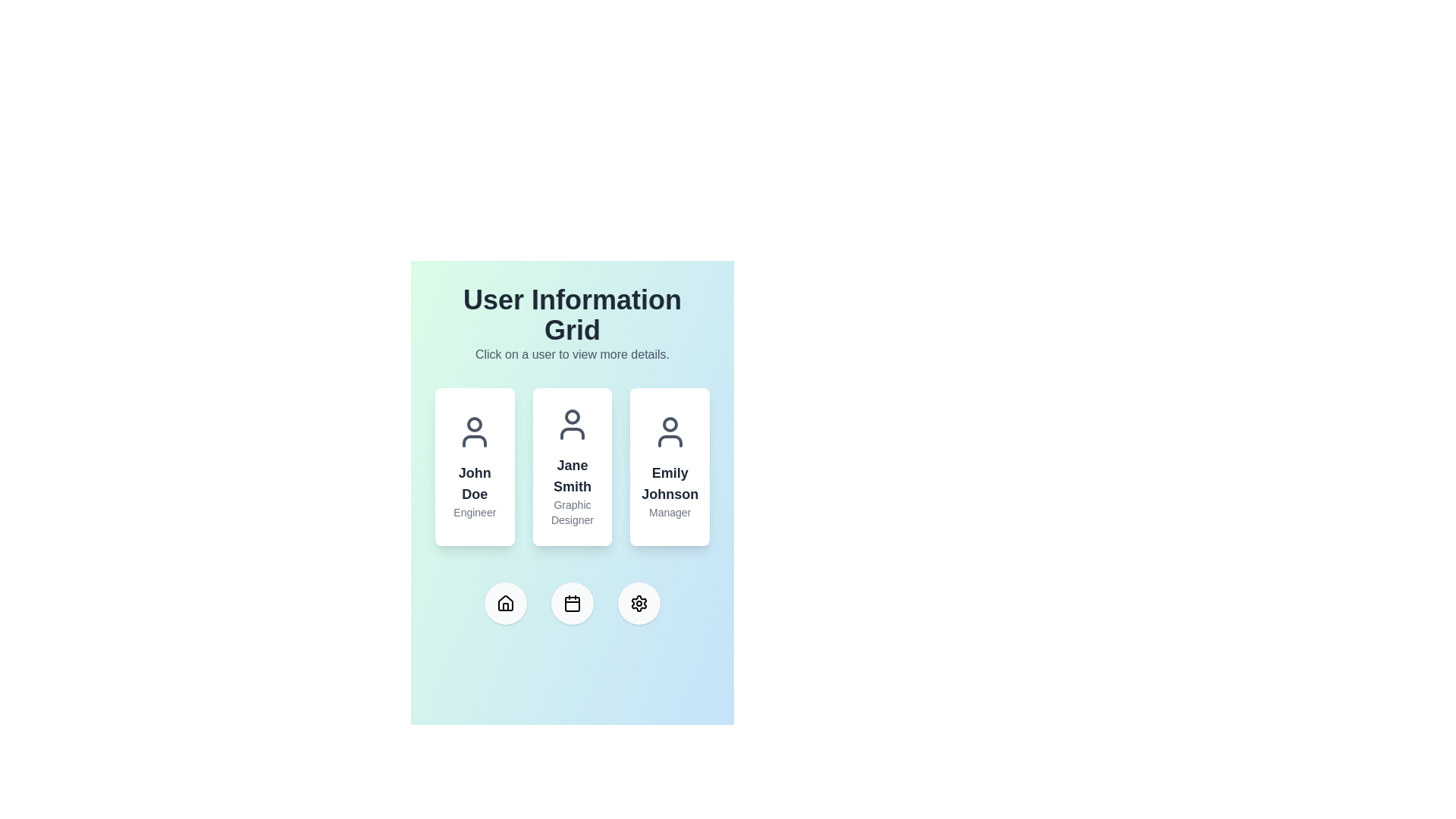  Describe the element at coordinates (571, 602) in the screenshot. I see `the middle rounded button with a white background and a calendar icon` at that location.